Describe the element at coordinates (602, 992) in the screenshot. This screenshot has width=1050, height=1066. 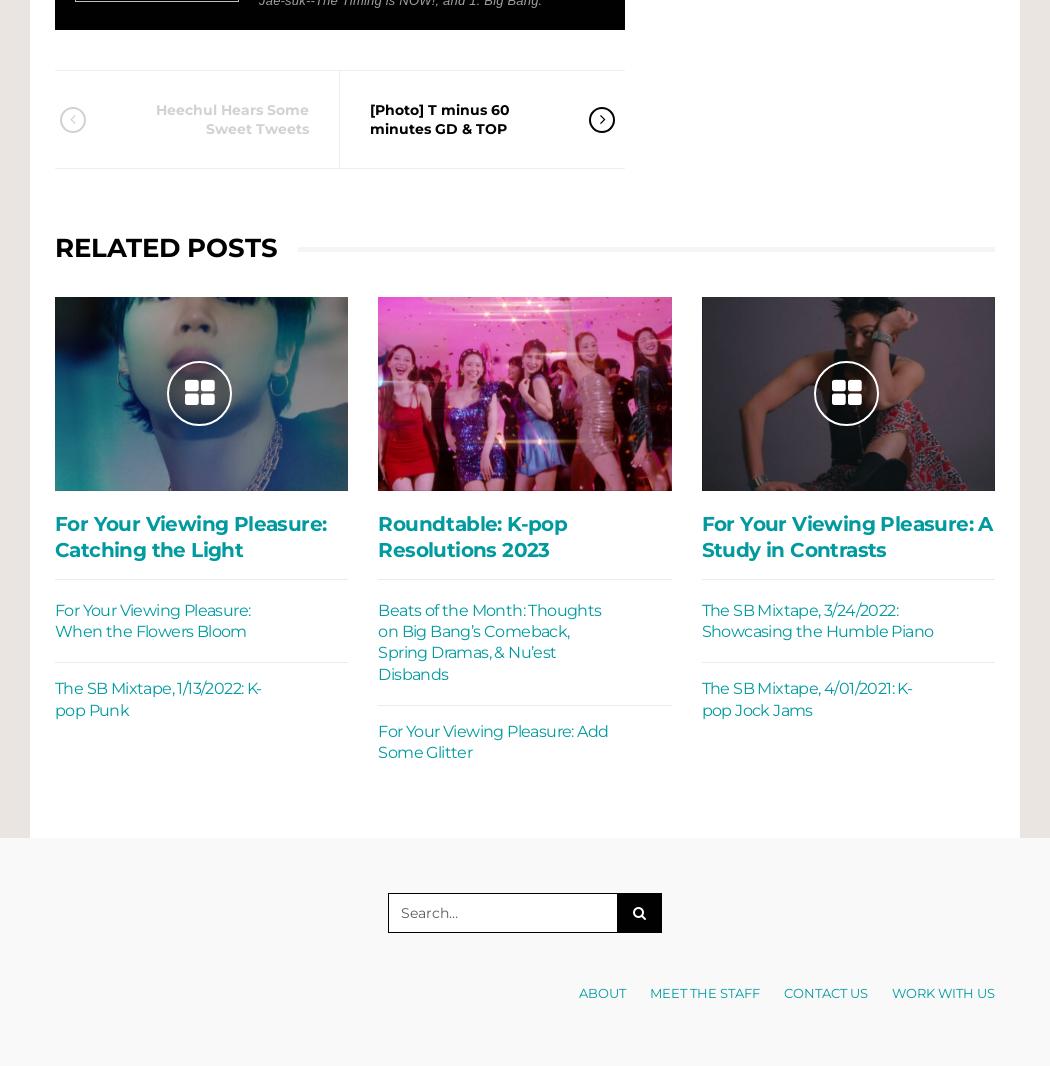
I see `'About'` at that location.